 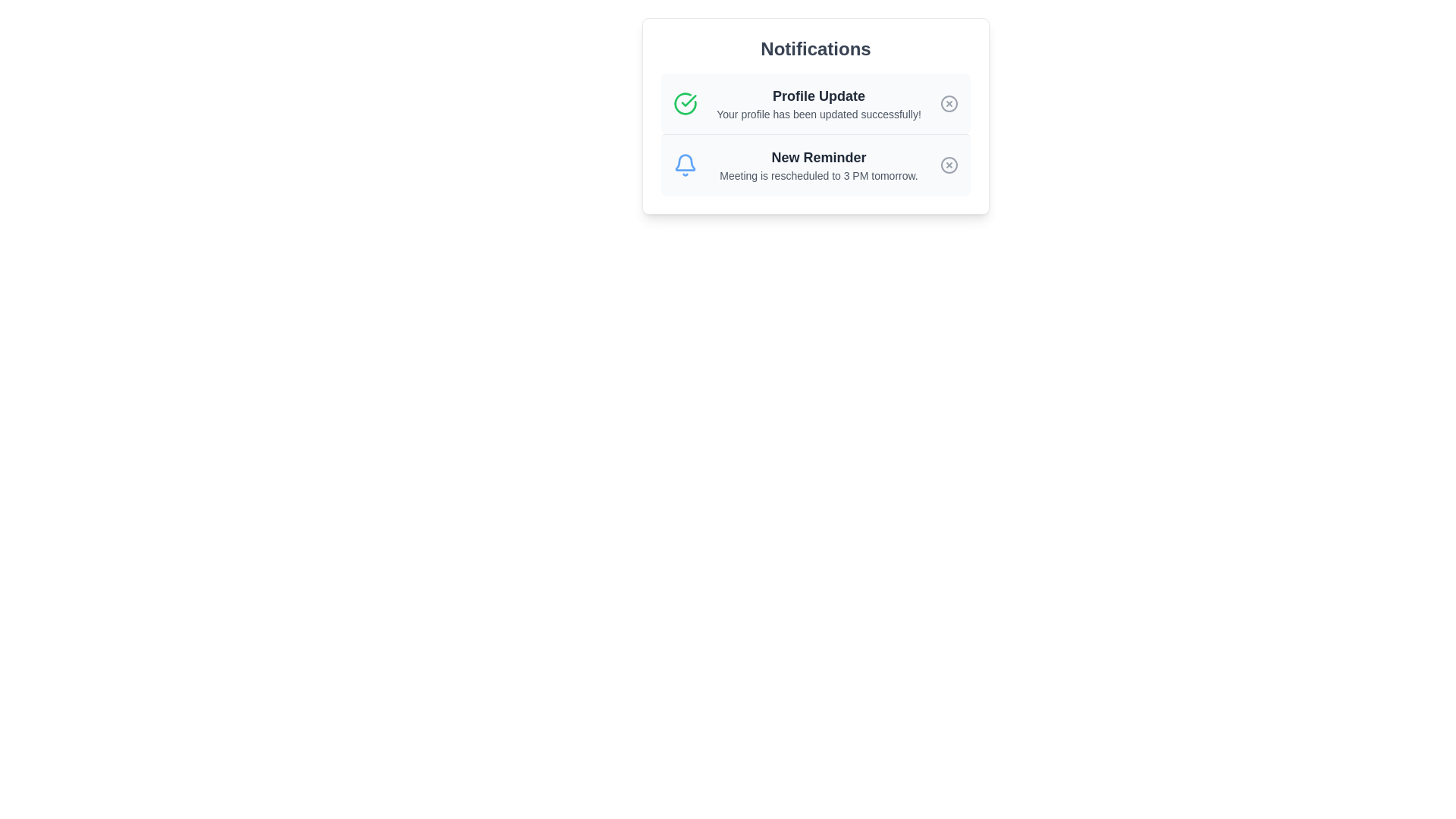 What do you see at coordinates (684, 103) in the screenshot?
I see `the success icon indicating a successful profile update, located to the left of the 'Profile Update' text within the notification card` at bounding box center [684, 103].